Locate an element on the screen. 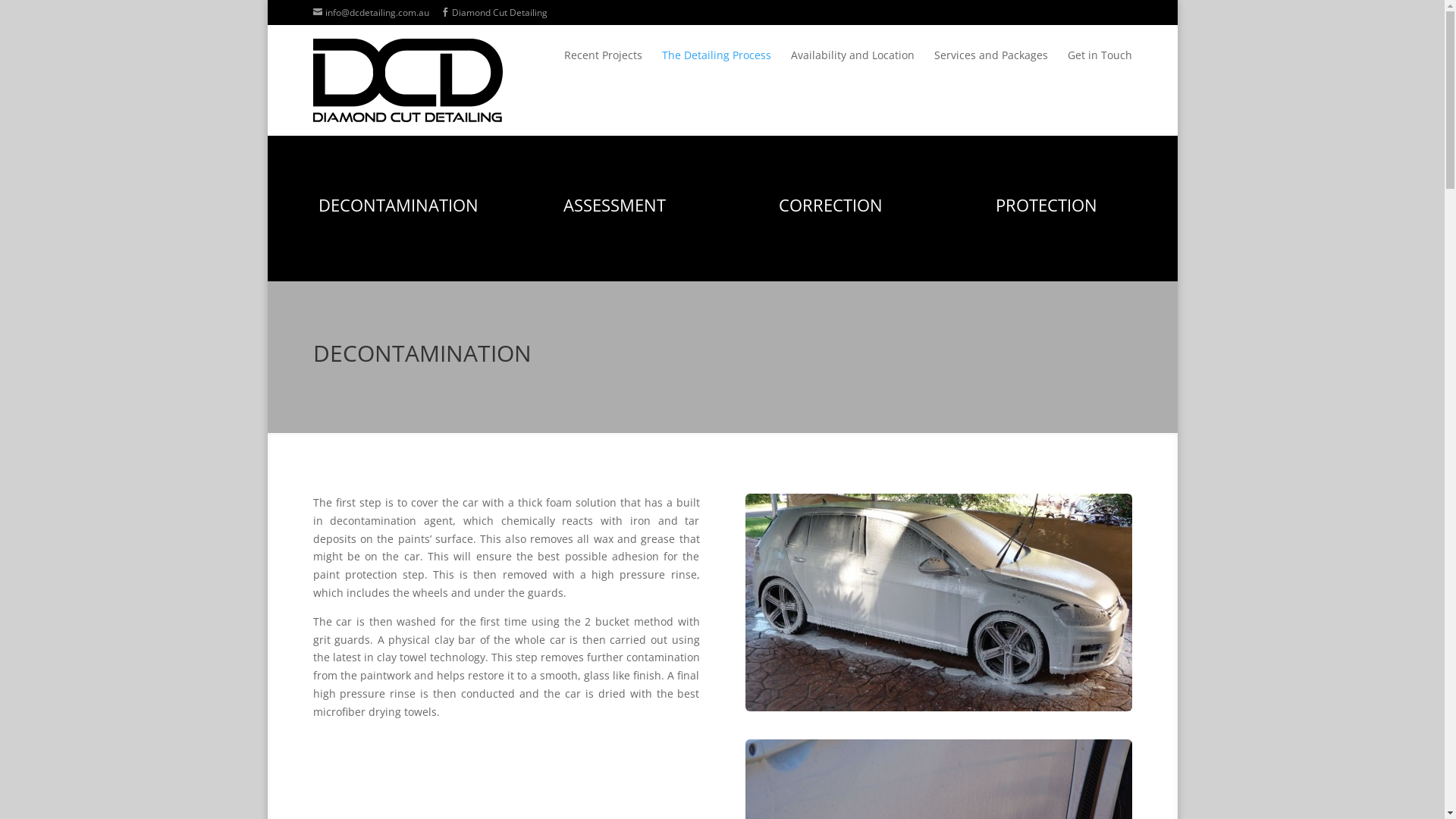 Image resolution: width=1456 pixels, height=819 pixels. 'info@dcdetailing.com.au' is located at coordinates (370, 12).